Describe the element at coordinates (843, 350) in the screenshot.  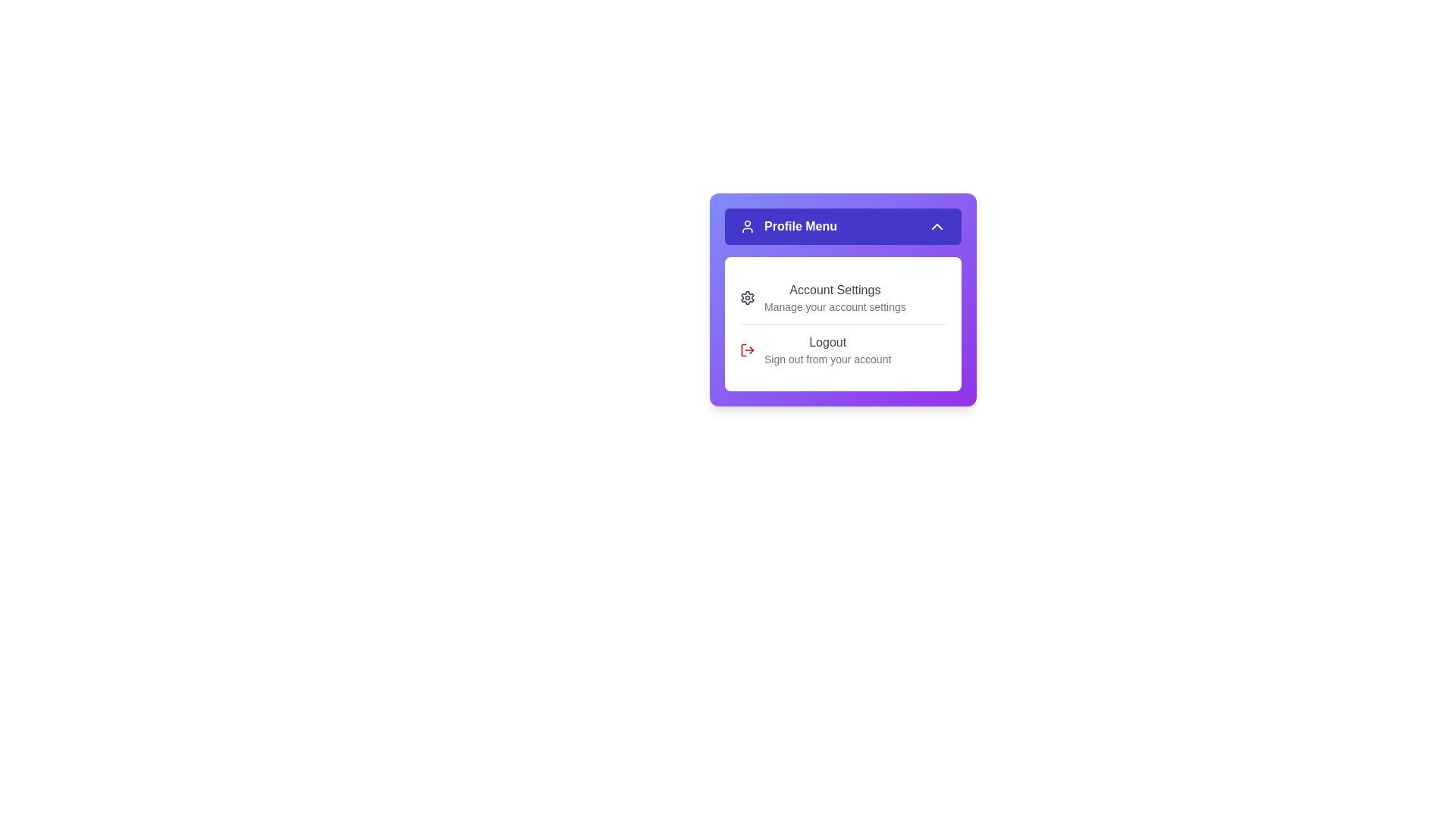
I see `the 'Logout' option in the dropdown menu to sign out` at that location.